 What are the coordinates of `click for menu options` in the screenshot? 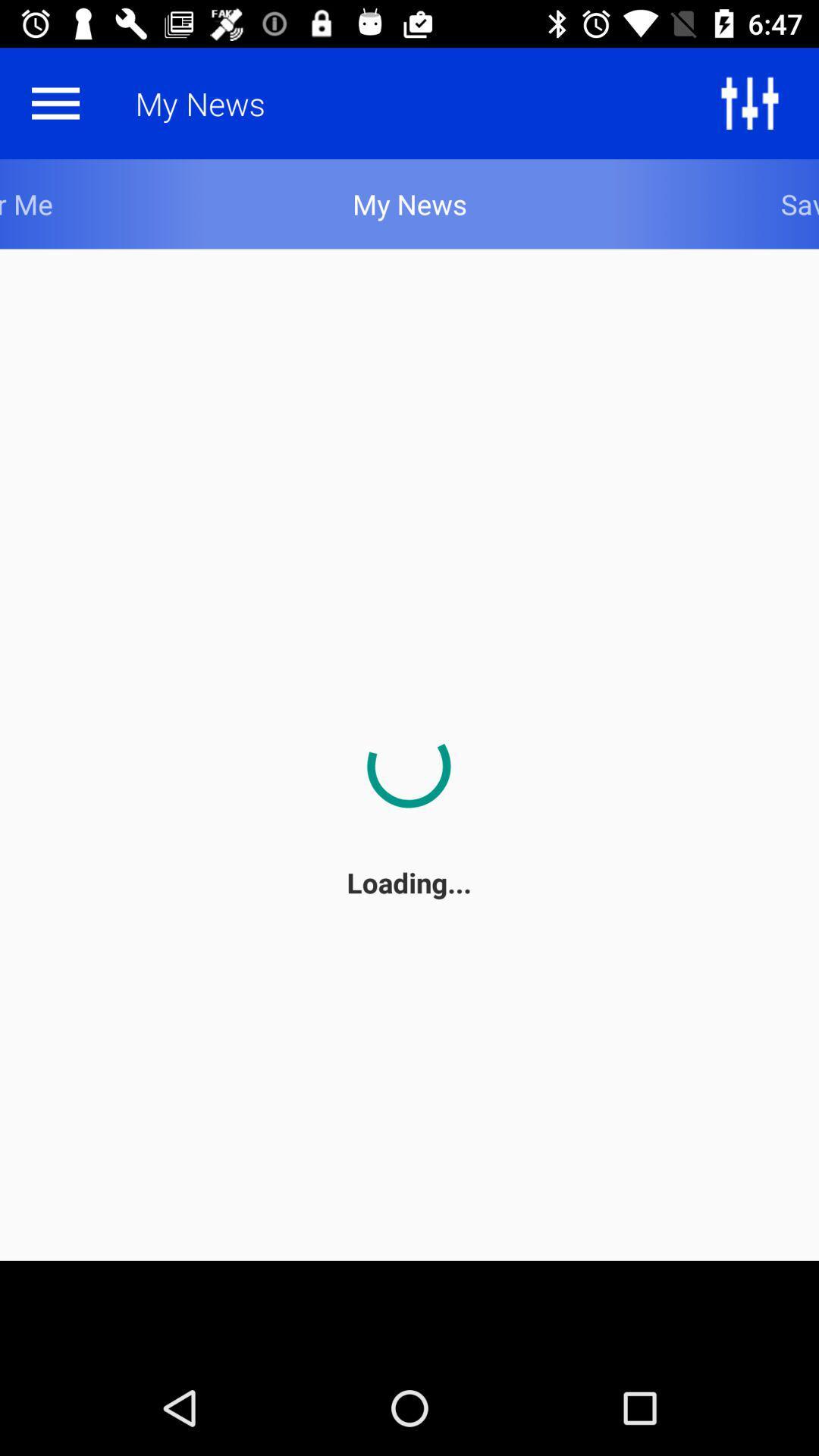 It's located at (55, 102).